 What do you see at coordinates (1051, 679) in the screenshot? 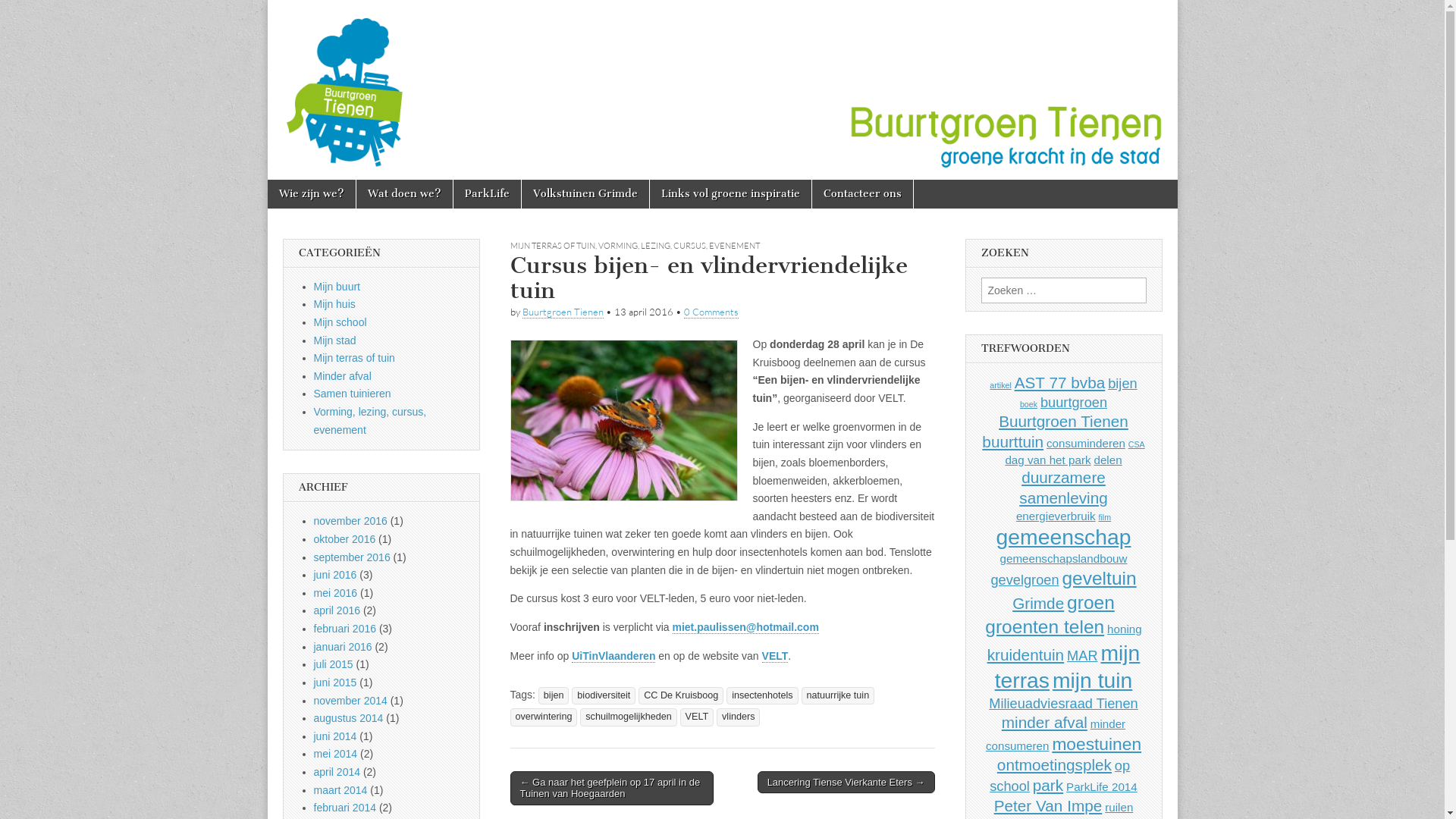
I see `'mijn tuin'` at bounding box center [1051, 679].